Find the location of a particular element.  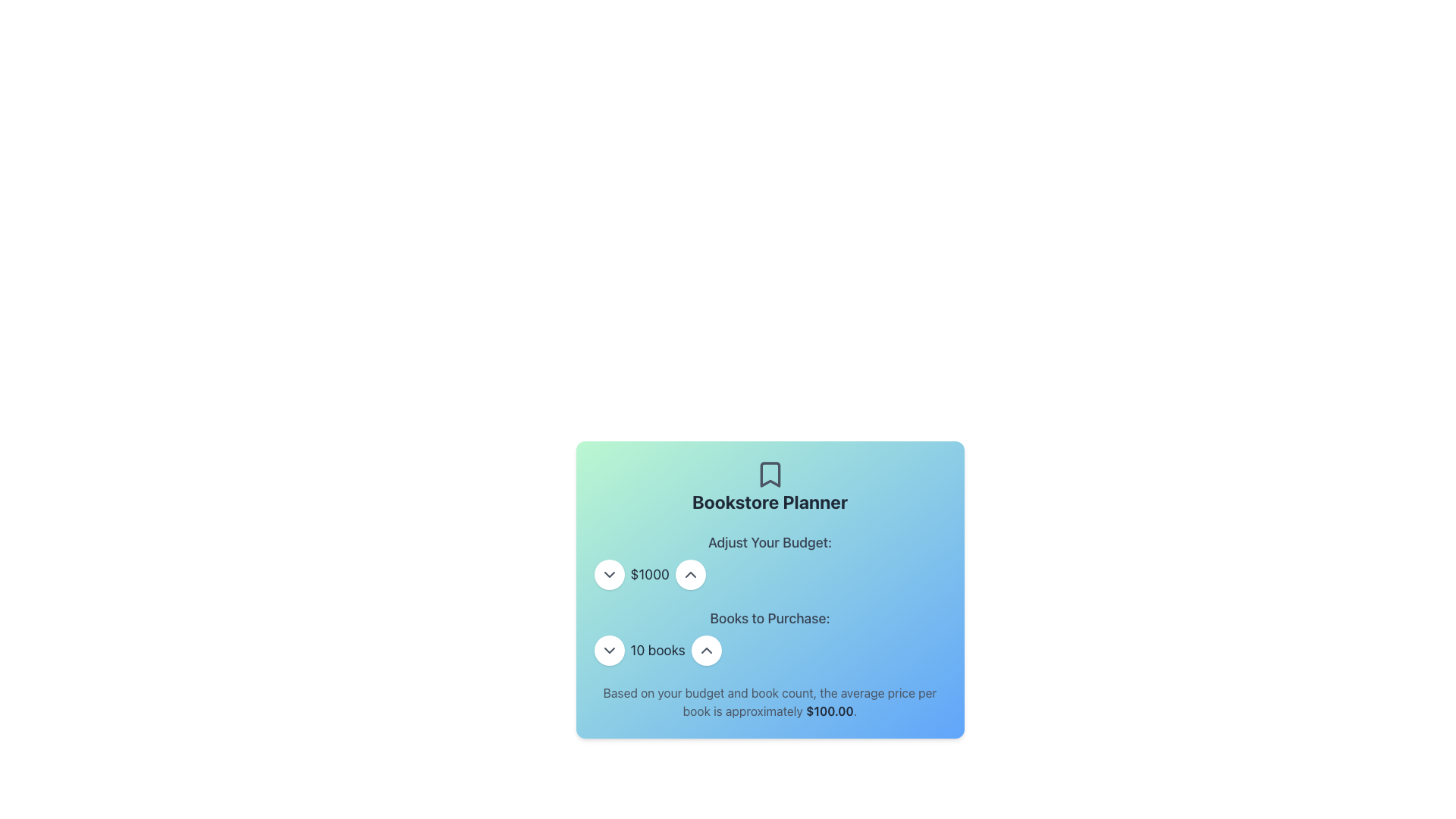

the circular button with a downward-pointing chevron icon located in the 'Books to Purchase:' section to reduce the value is located at coordinates (609, 649).